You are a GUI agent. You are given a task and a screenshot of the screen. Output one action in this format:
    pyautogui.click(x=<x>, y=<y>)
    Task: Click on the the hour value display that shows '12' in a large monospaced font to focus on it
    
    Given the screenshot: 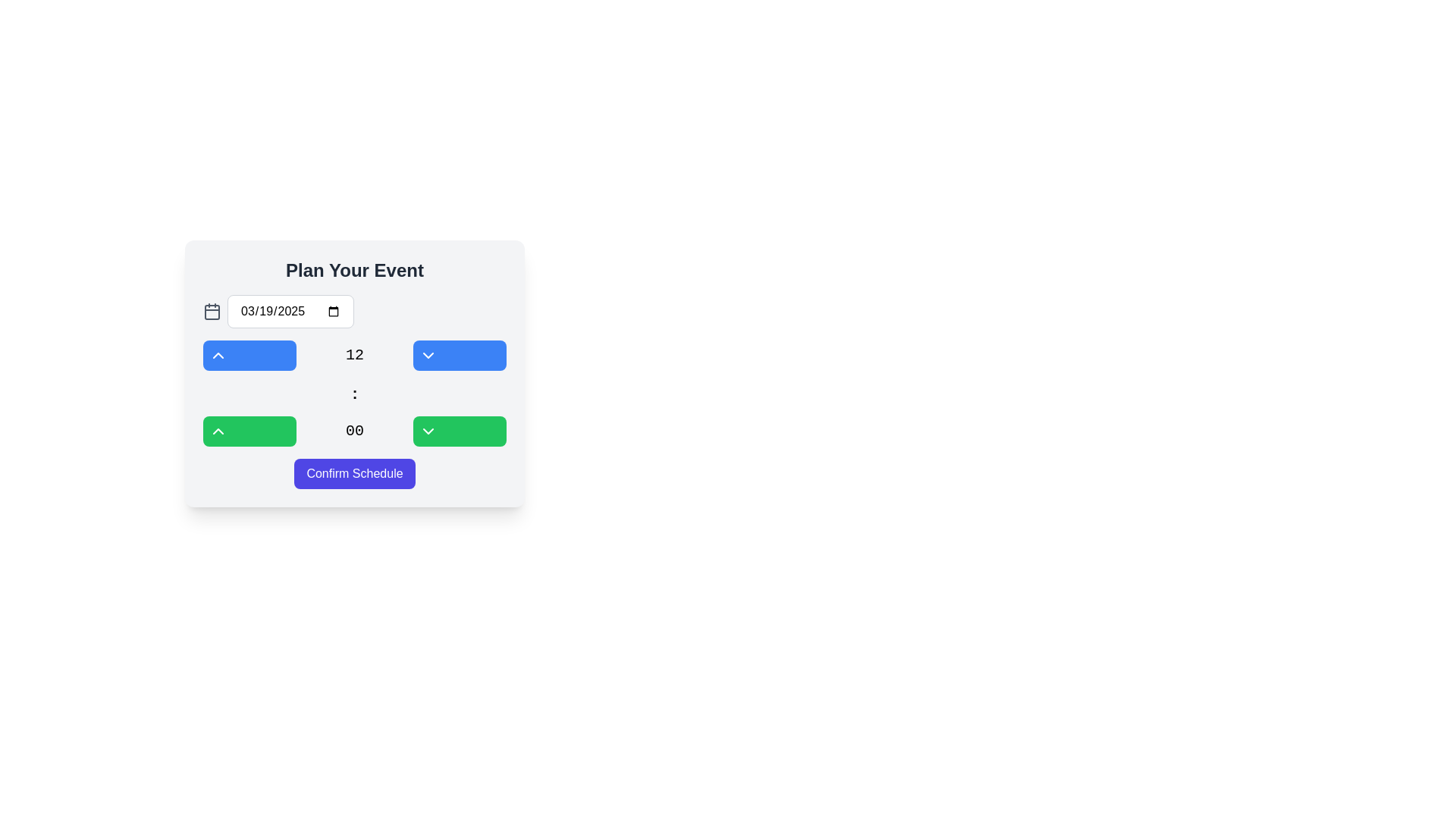 What is the action you would take?
    pyautogui.click(x=353, y=356)
    